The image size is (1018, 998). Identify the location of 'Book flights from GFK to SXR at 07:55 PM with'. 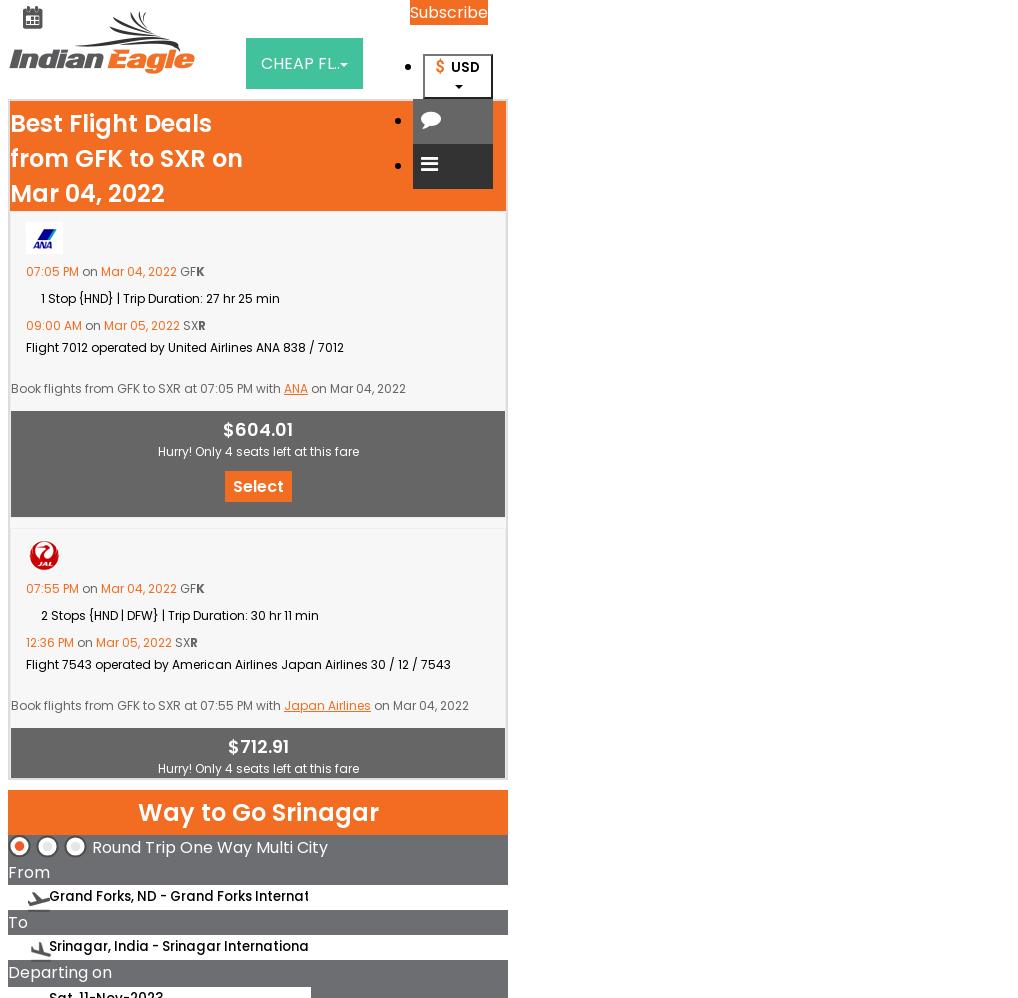
(146, 705).